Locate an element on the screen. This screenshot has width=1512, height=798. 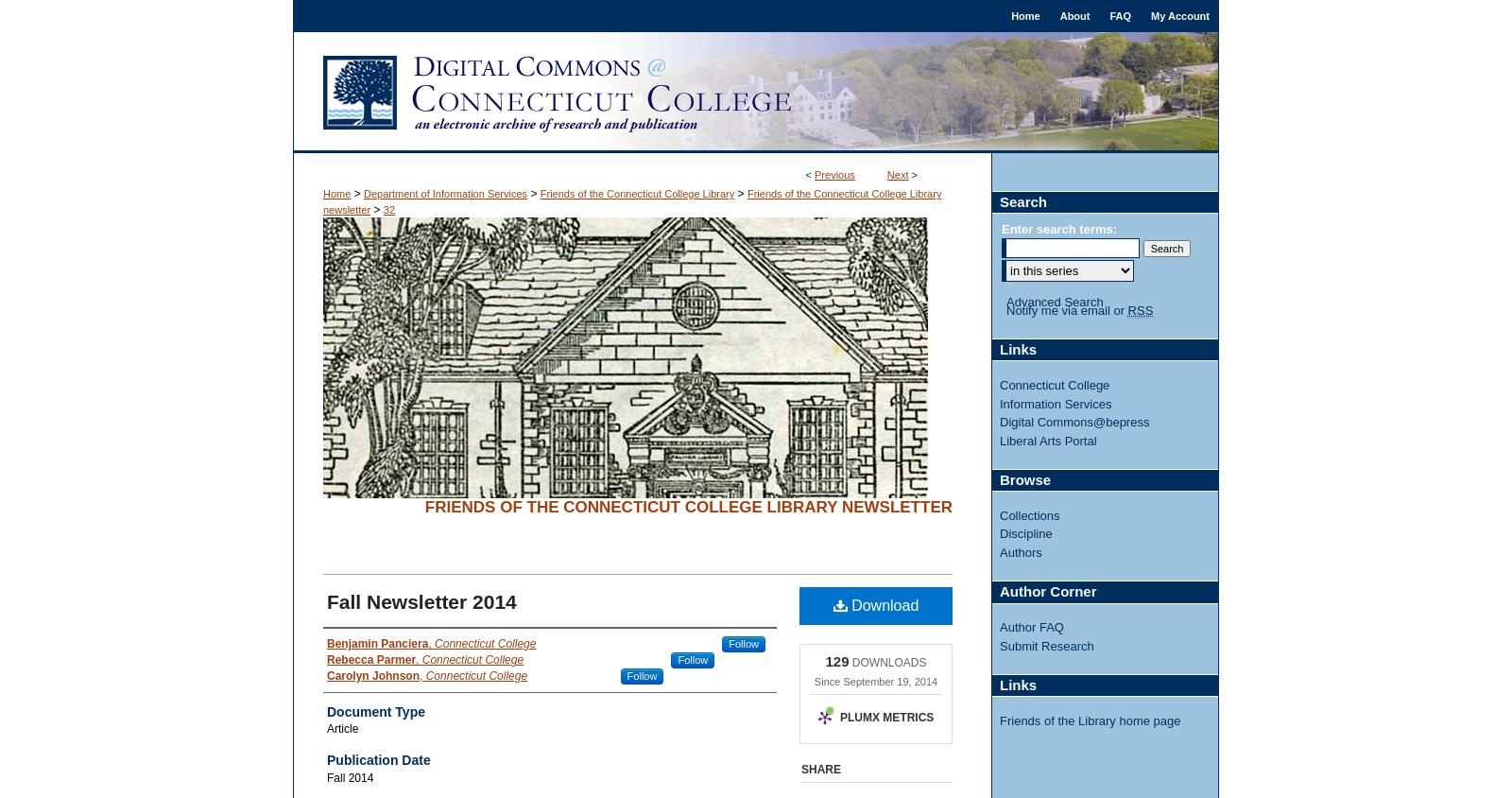
'129' is located at coordinates (835, 660).